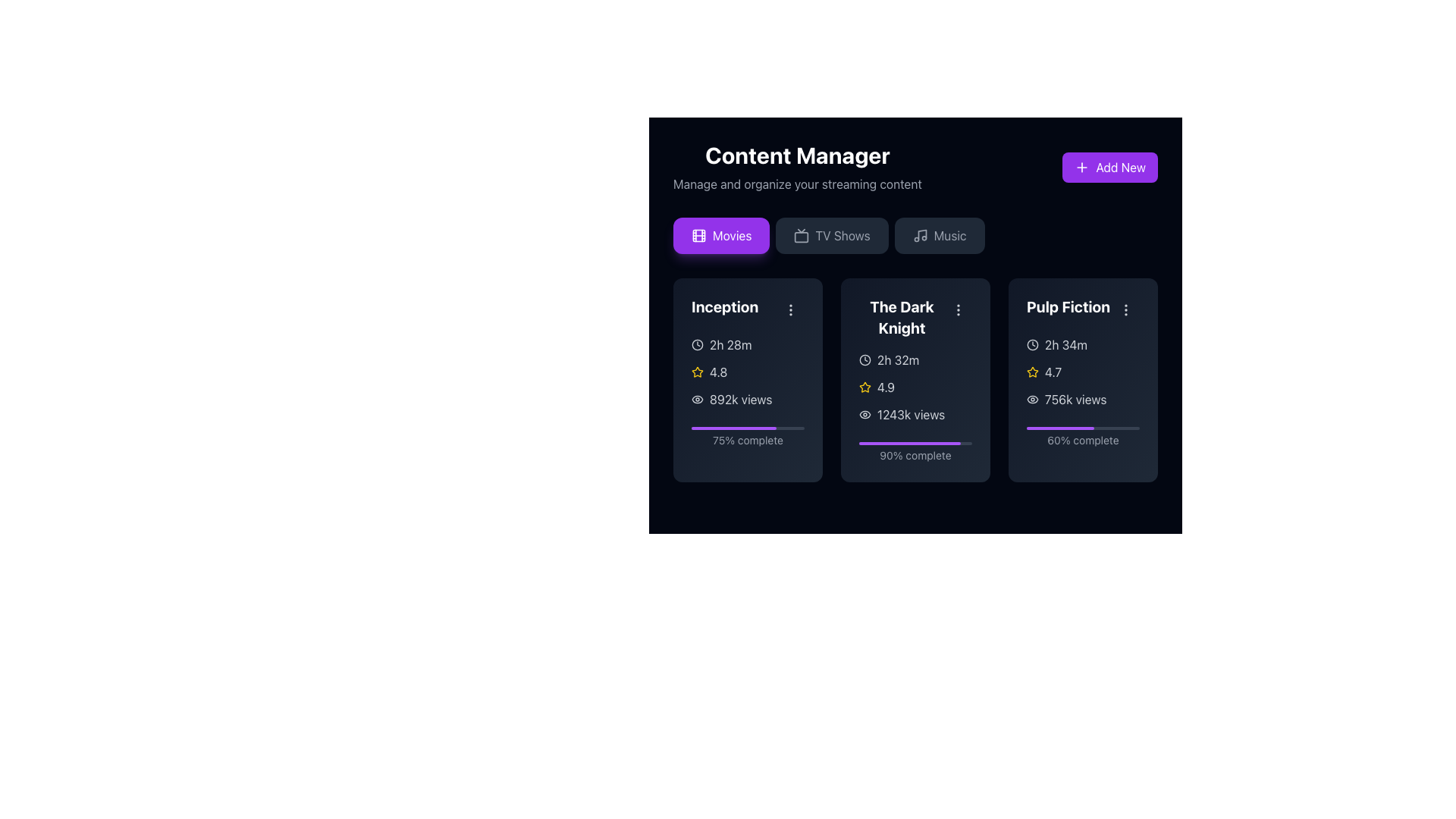 Image resolution: width=1456 pixels, height=819 pixels. I want to click on text displayed on the label showing '90% complete', which is located beneath the purple progress bar for the movie 'The Dark Knight', so click(915, 455).